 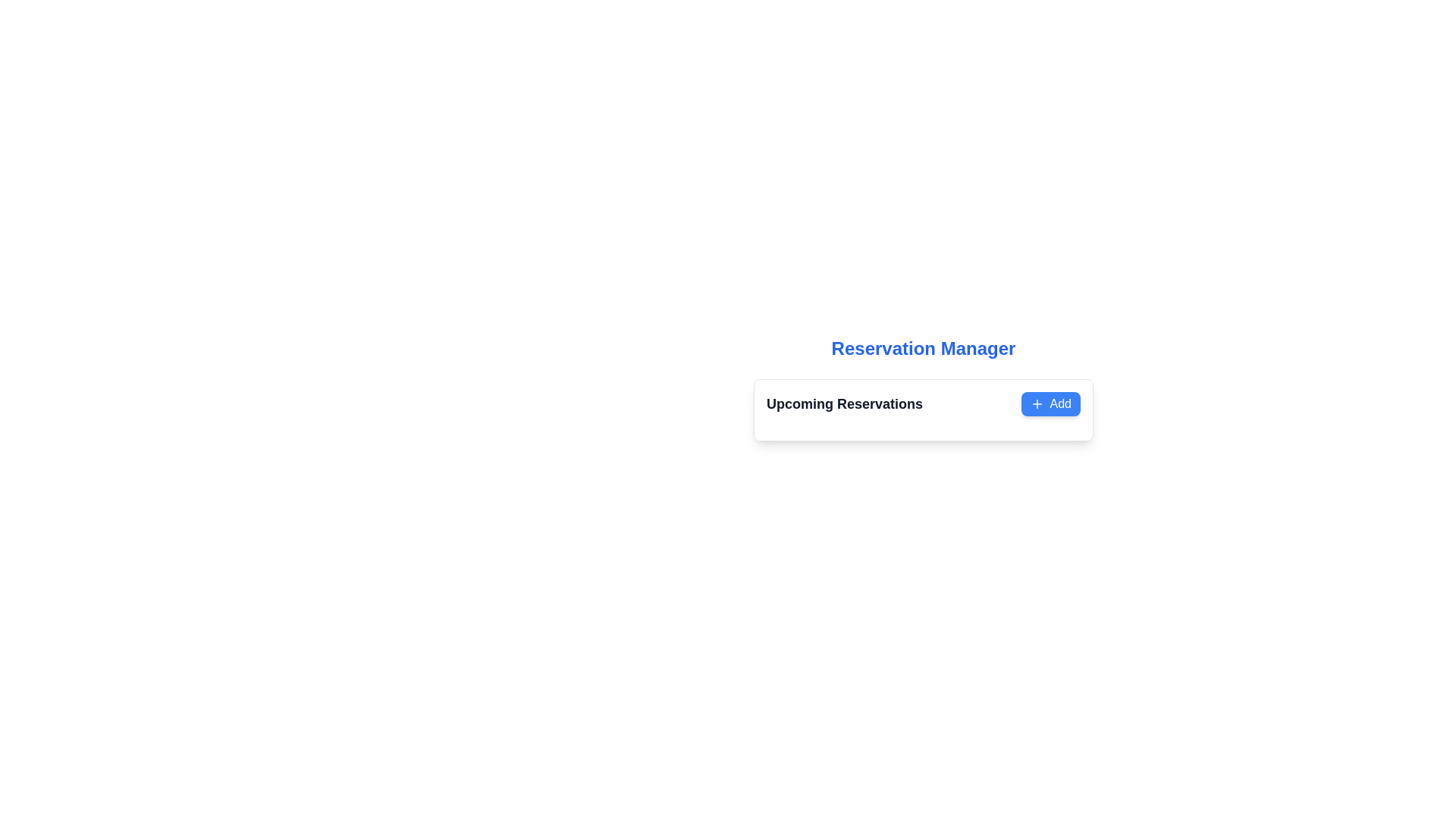 What do you see at coordinates (1050, 403) in the screenshot?
I see `the blue 'Add' button with rounded corners located in the 'Upcoming Reservations' section to observe any hover effects` at bounding box center [1050, 403].